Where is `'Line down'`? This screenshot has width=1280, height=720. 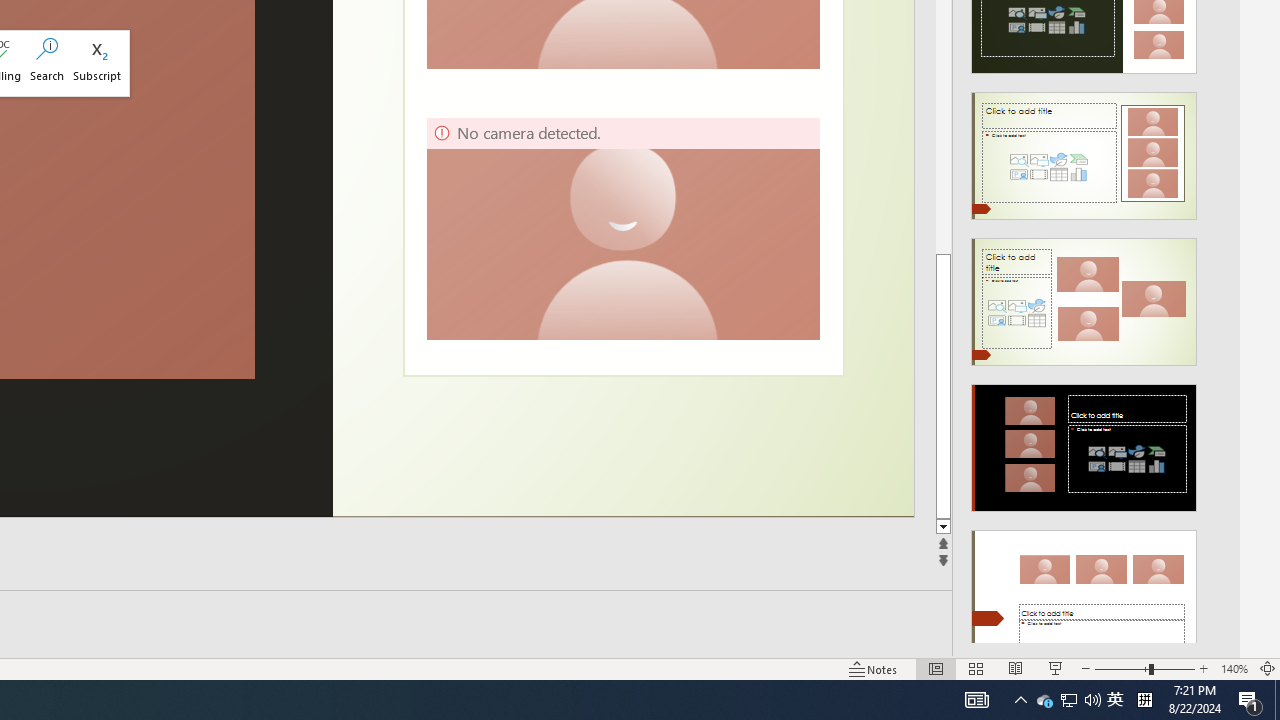 'Line down' is located at coordinates (942, 526).